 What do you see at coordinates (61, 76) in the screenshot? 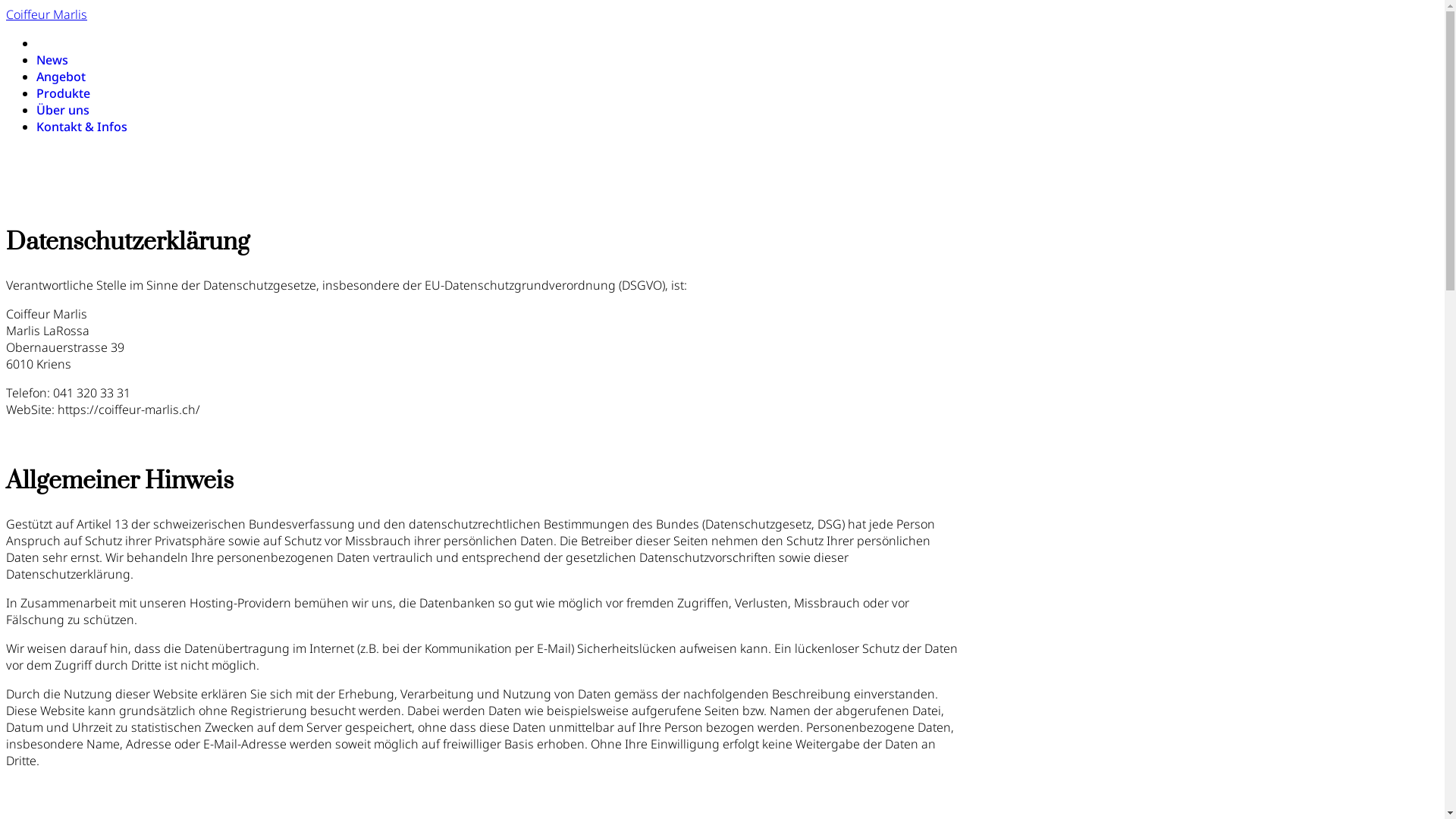
I see `'Angebot'` at bounding box center [61, 76].